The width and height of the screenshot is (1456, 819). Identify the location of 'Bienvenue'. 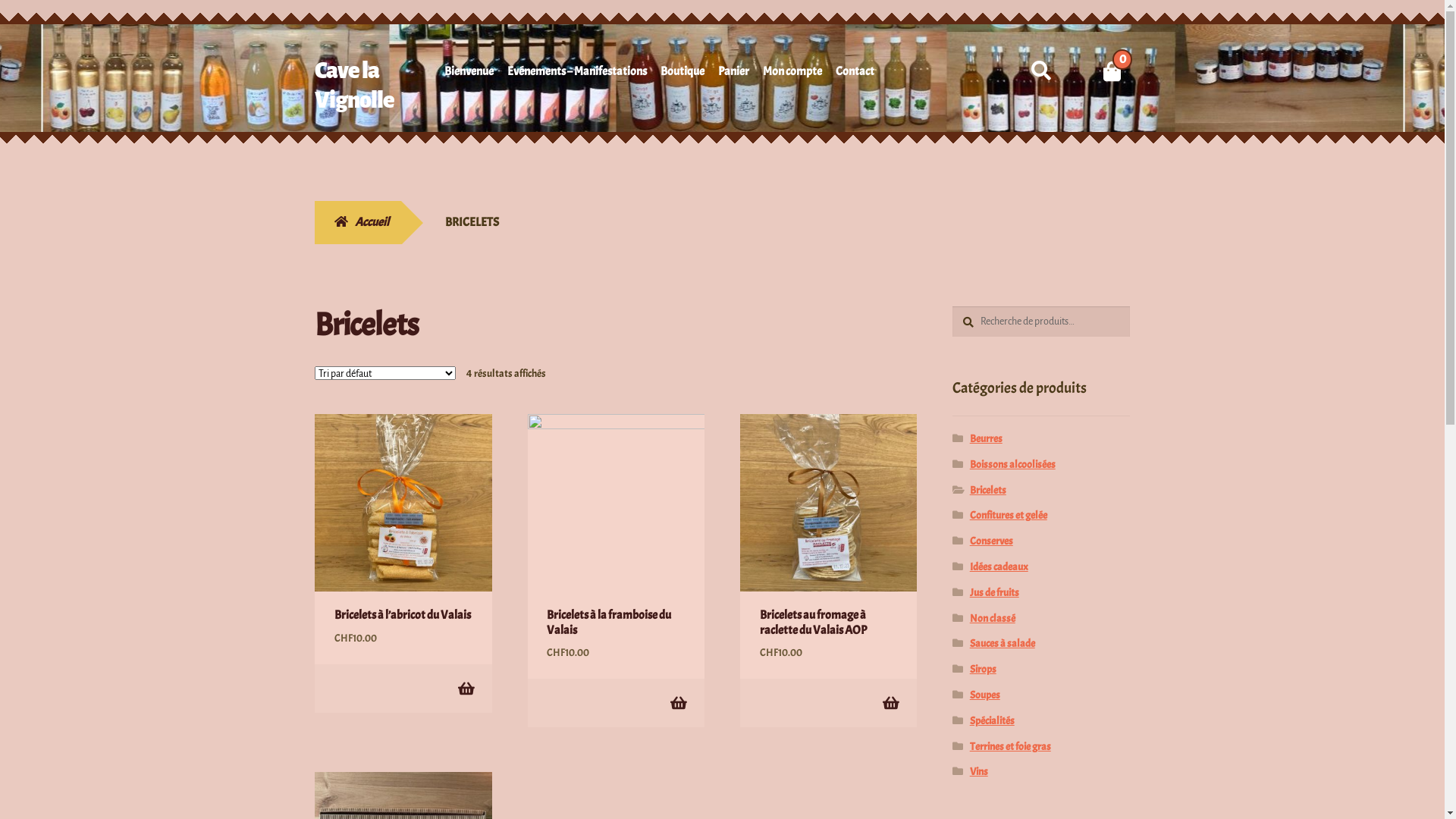
(468, 74).